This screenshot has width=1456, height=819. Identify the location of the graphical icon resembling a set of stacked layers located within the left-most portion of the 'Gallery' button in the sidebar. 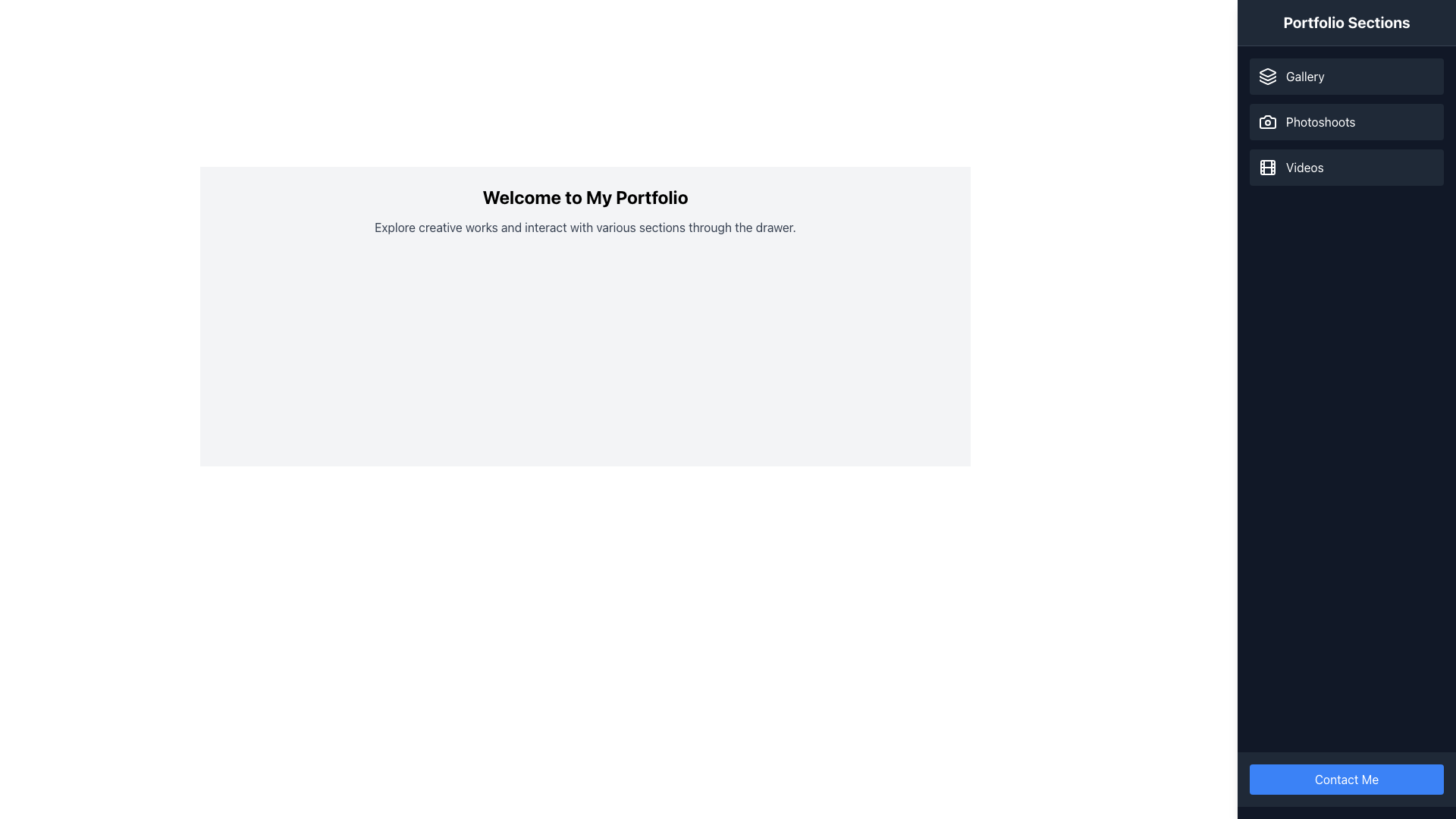
(1267, 76).